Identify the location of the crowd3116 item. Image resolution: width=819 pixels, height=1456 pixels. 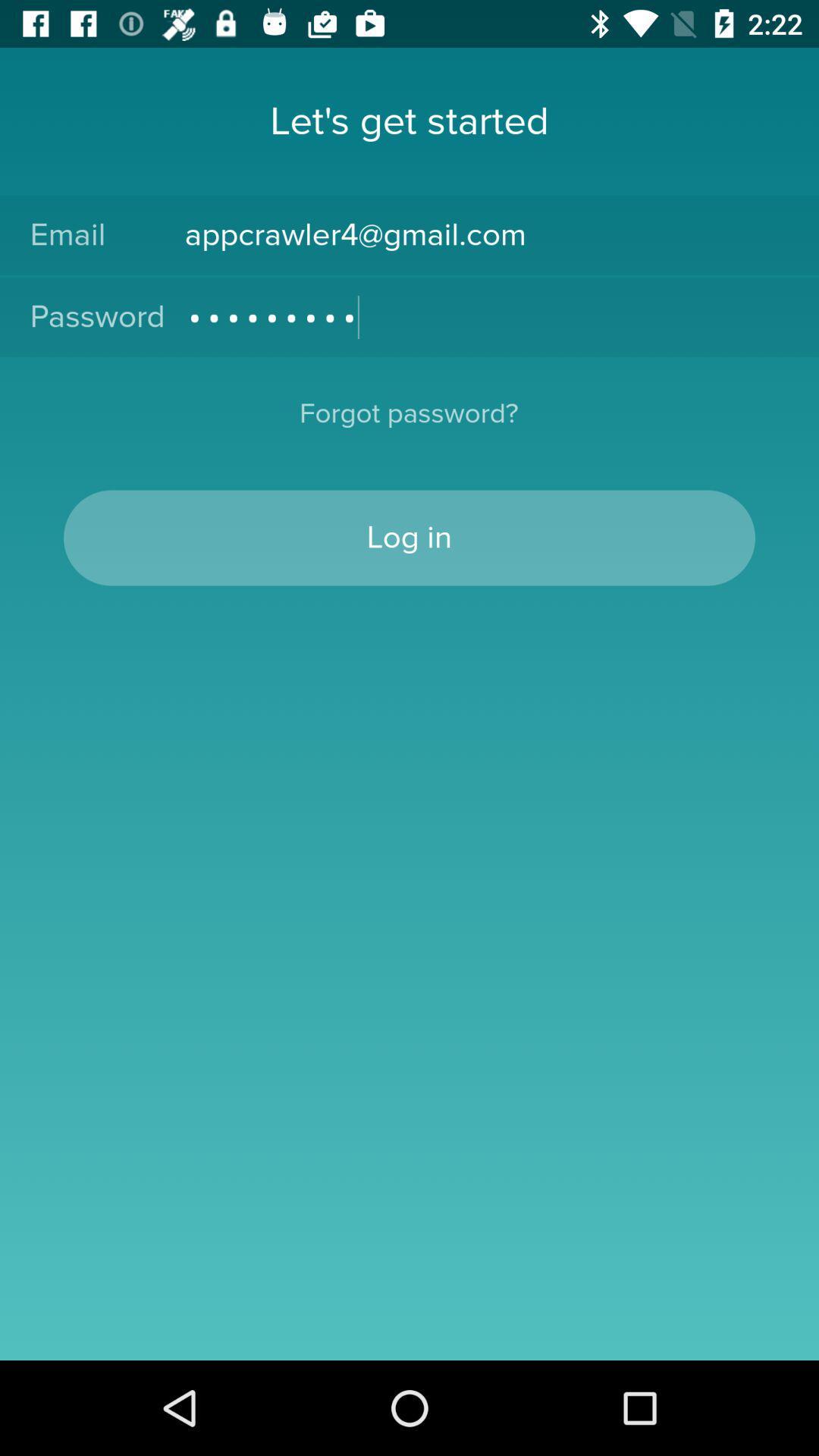
(486, 316).